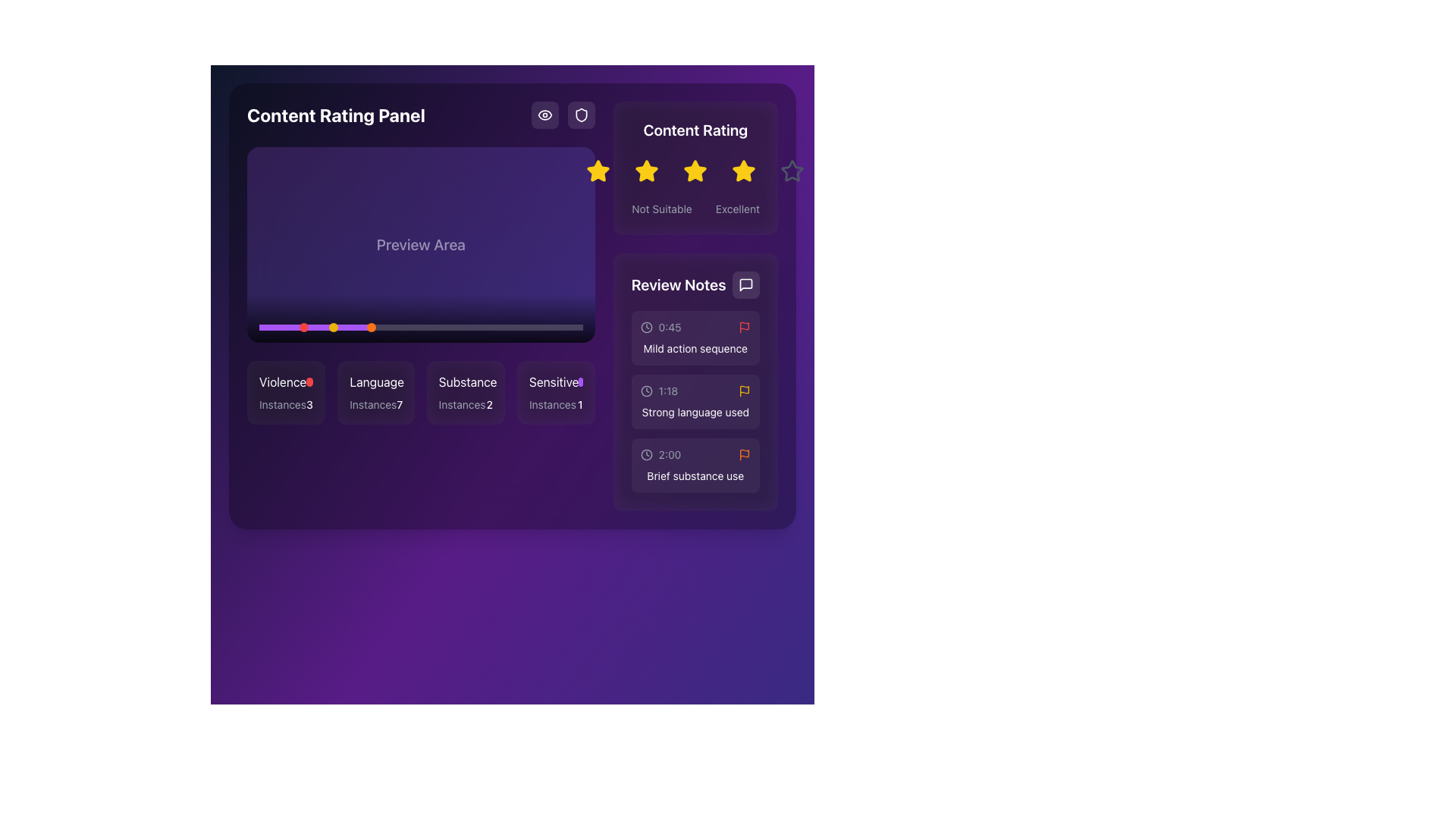 The width and height of the screenshot is (1456, 819). What do you see at coordinates (695, 381) in the screenshot?
I see `the Sectioned information box located on the right side of the Content Rating Panel, directly below the Content Rating section` at bounding box center [695, 381].